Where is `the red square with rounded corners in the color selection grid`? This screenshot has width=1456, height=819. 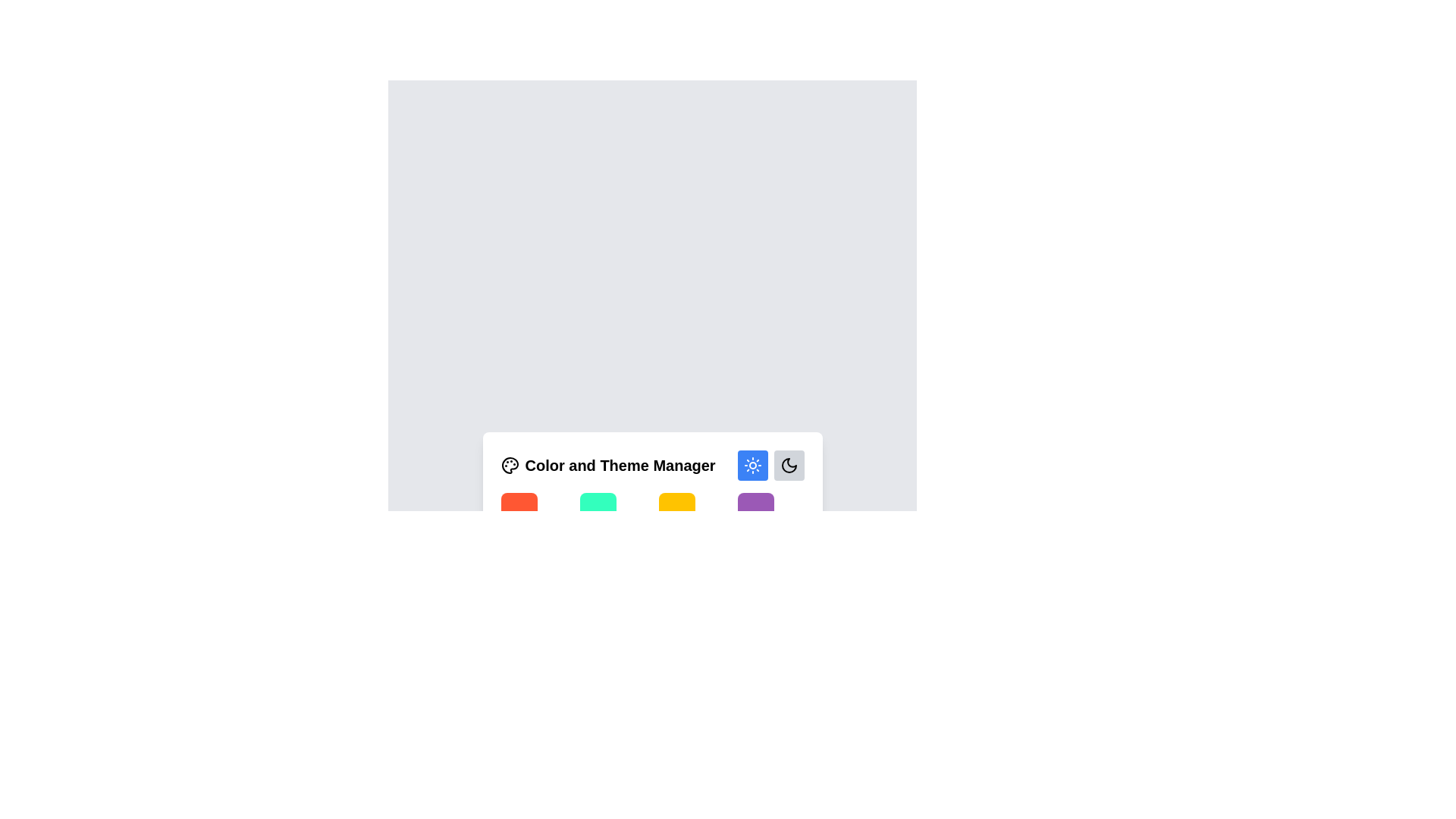
the red square with rounded corners in the color selection grid is located at coordinates (519, 511).